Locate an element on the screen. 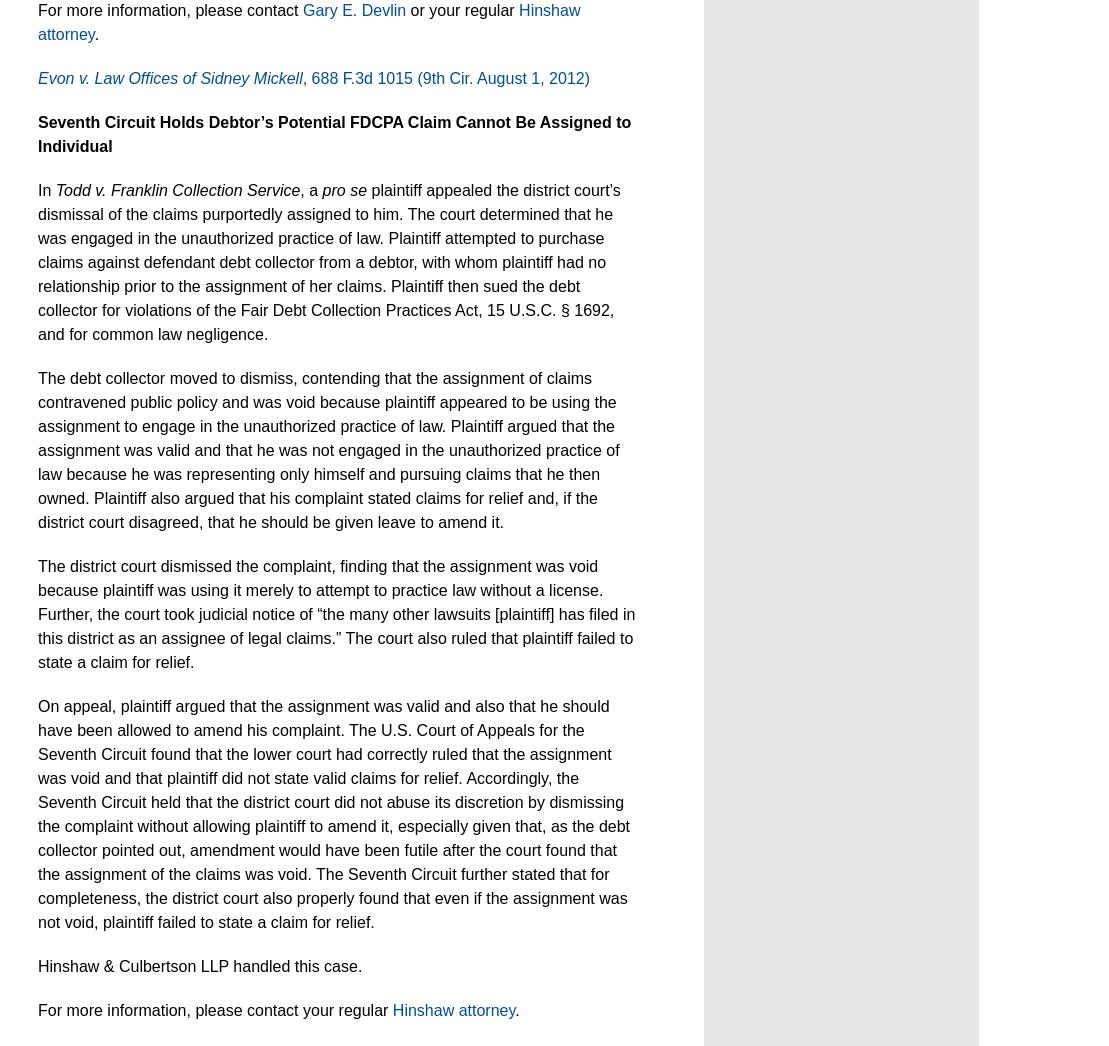 This screenshot has width=1109, height=1046. 'Hinshaw & Culbertson LLP handled this case.' is located at coordinates (38, 965).